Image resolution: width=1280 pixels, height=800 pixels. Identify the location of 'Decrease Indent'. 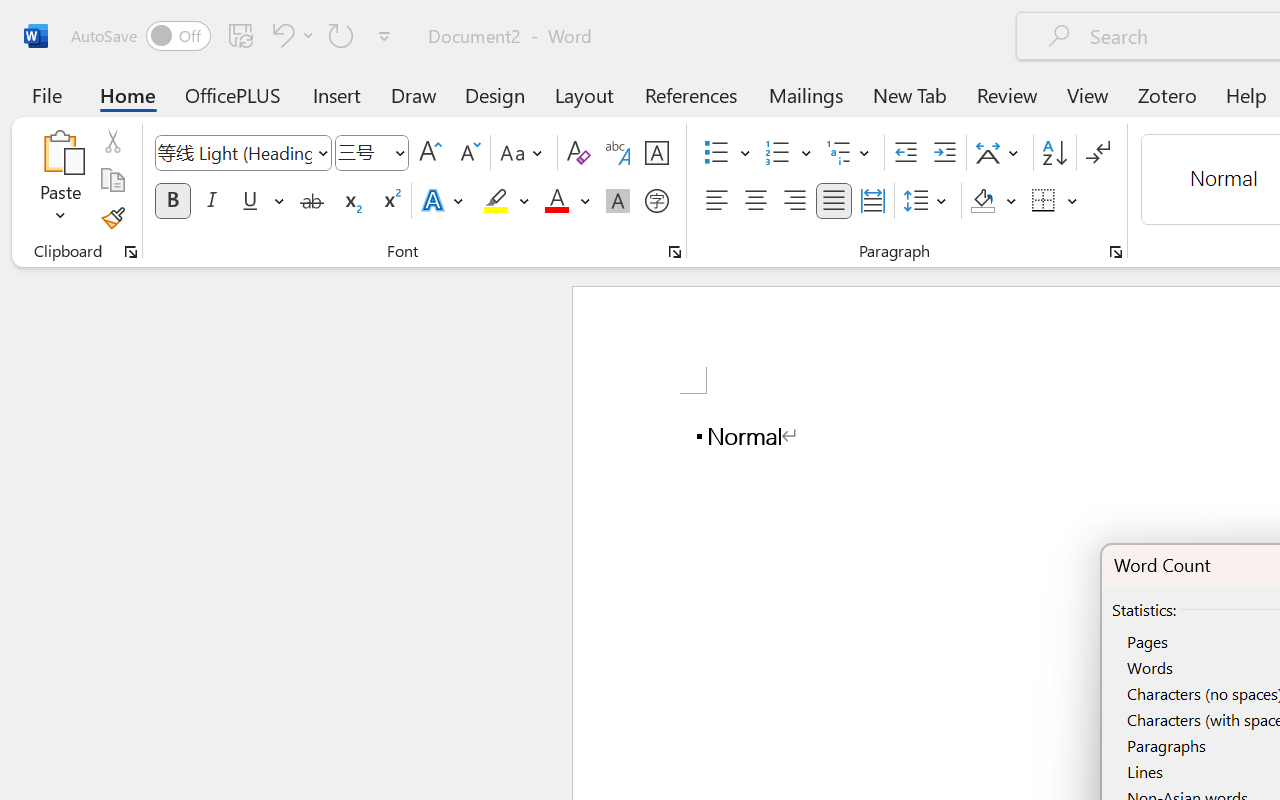
(905, 153).